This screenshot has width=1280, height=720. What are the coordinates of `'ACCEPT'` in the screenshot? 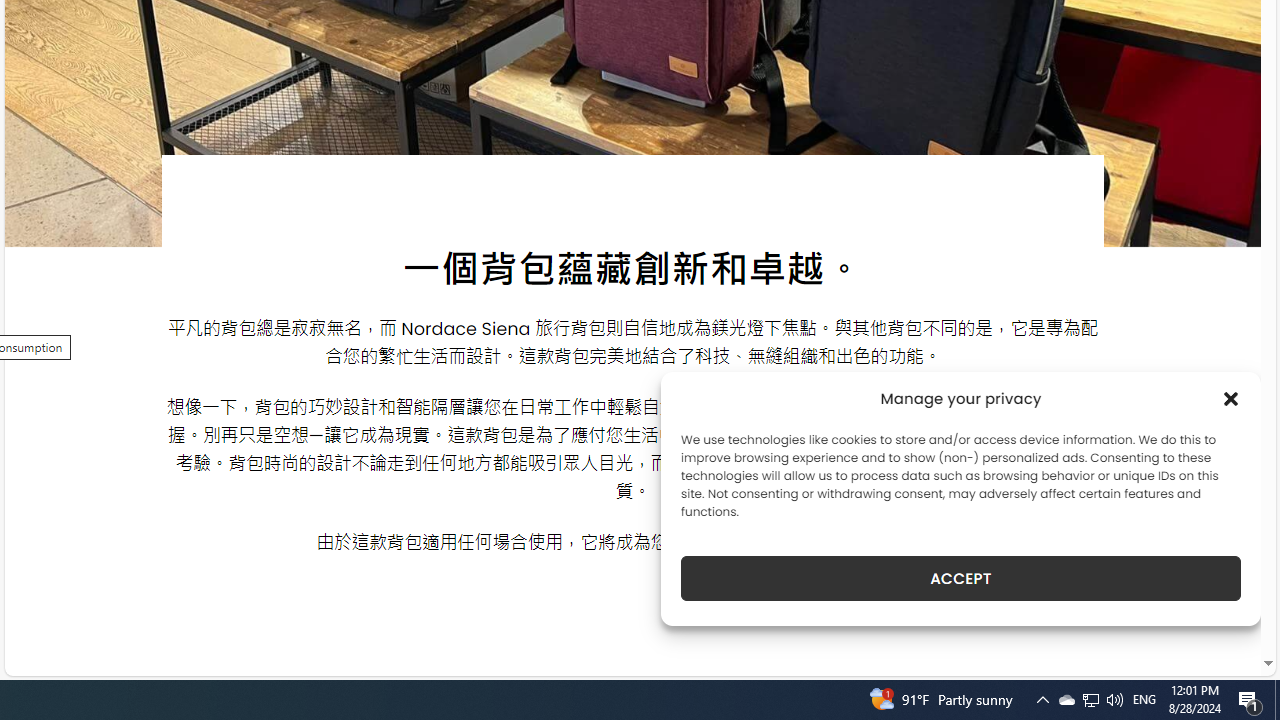 It's located at (961, 578).